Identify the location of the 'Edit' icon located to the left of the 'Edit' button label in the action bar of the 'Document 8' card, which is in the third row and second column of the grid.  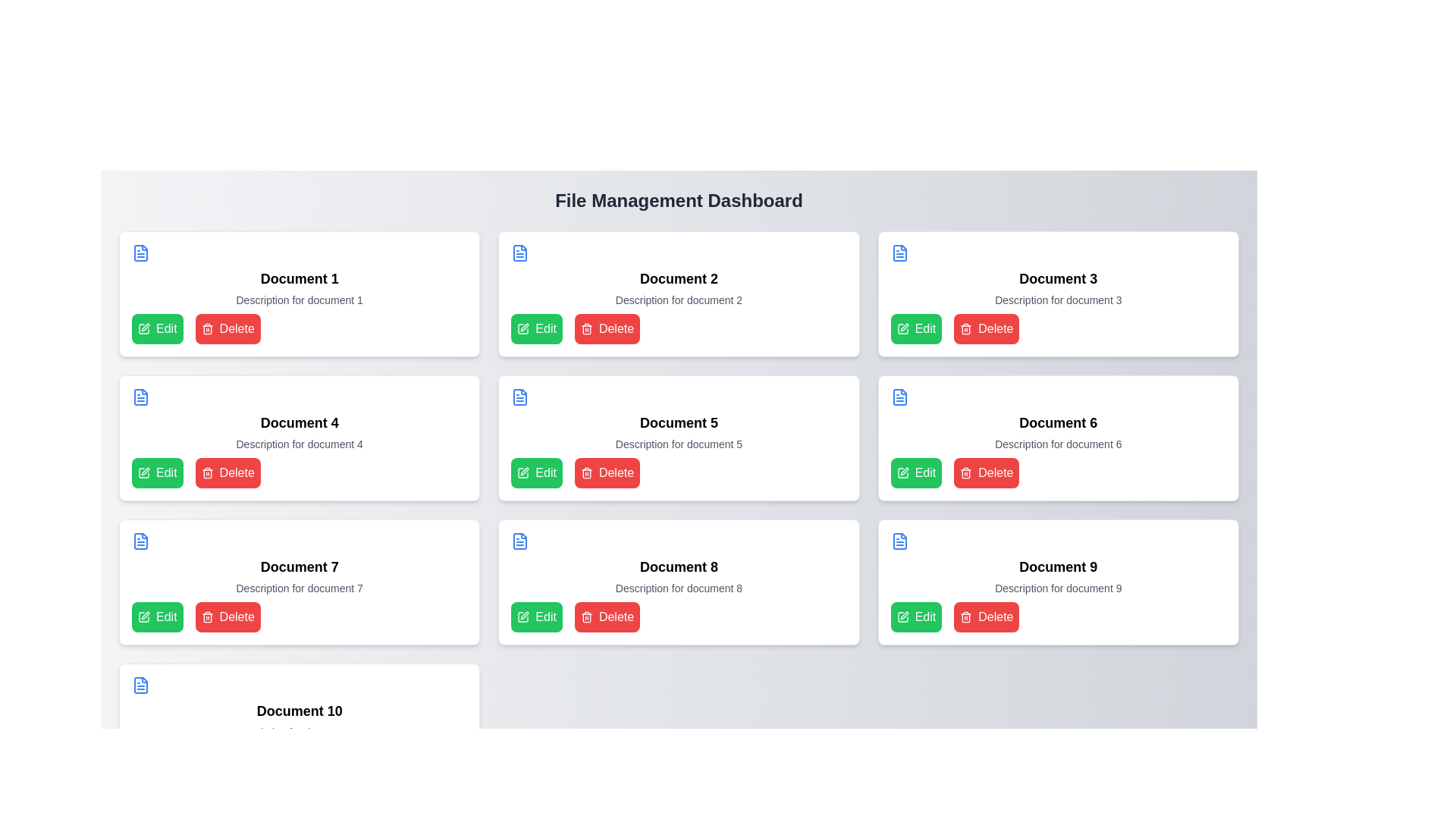
(523, 617).